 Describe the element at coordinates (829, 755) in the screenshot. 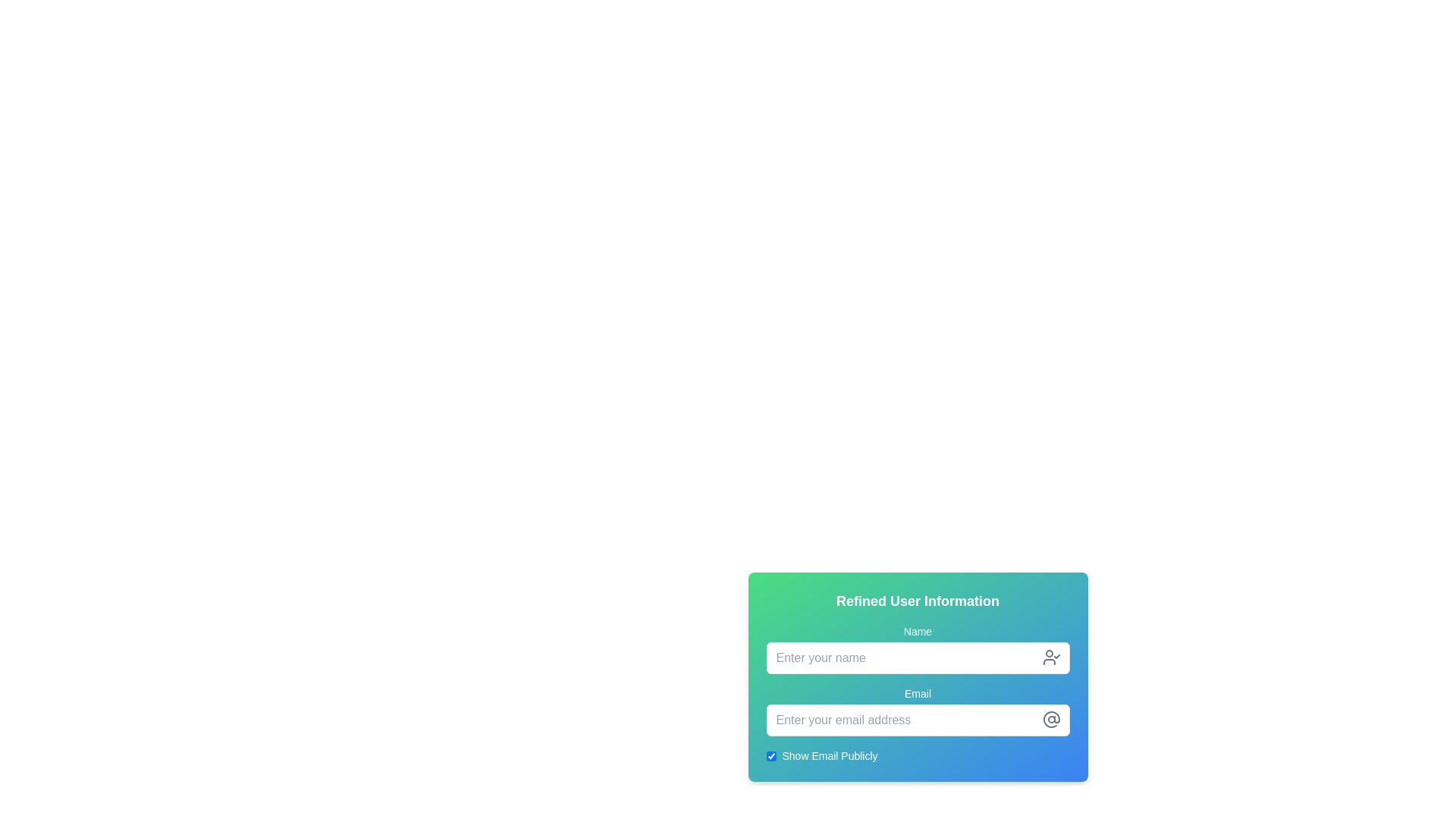

I see `the label reading 'Show Email Publicly' which is styled with white text on a gradient background, positioned next to a checkbox at the bottom of the form` at that location.